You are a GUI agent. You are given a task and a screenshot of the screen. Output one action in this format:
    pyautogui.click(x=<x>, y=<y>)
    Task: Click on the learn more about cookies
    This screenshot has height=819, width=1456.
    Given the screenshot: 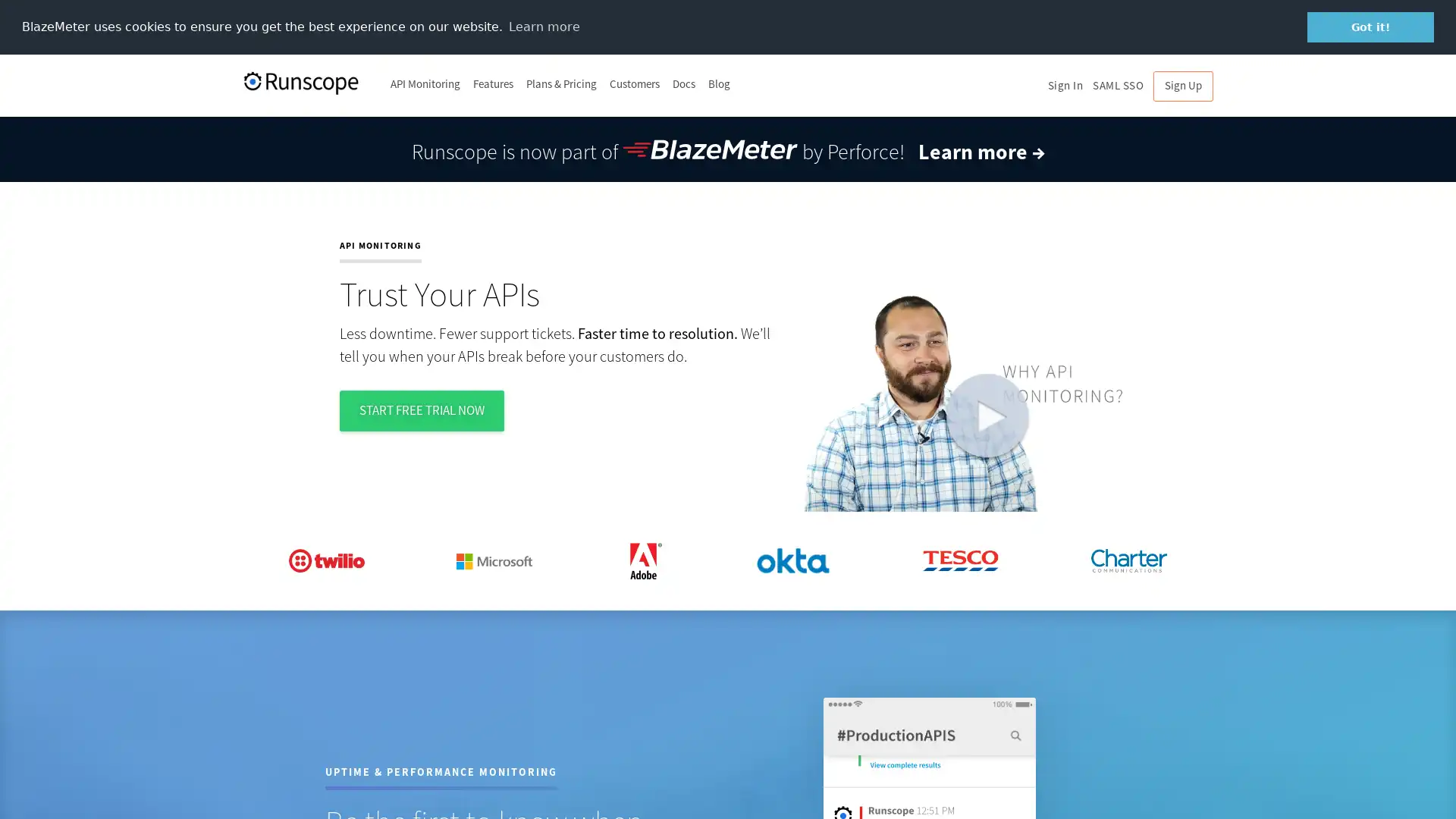 What is the action you would take?
    pyautogui.click(x=544, y=26)
    